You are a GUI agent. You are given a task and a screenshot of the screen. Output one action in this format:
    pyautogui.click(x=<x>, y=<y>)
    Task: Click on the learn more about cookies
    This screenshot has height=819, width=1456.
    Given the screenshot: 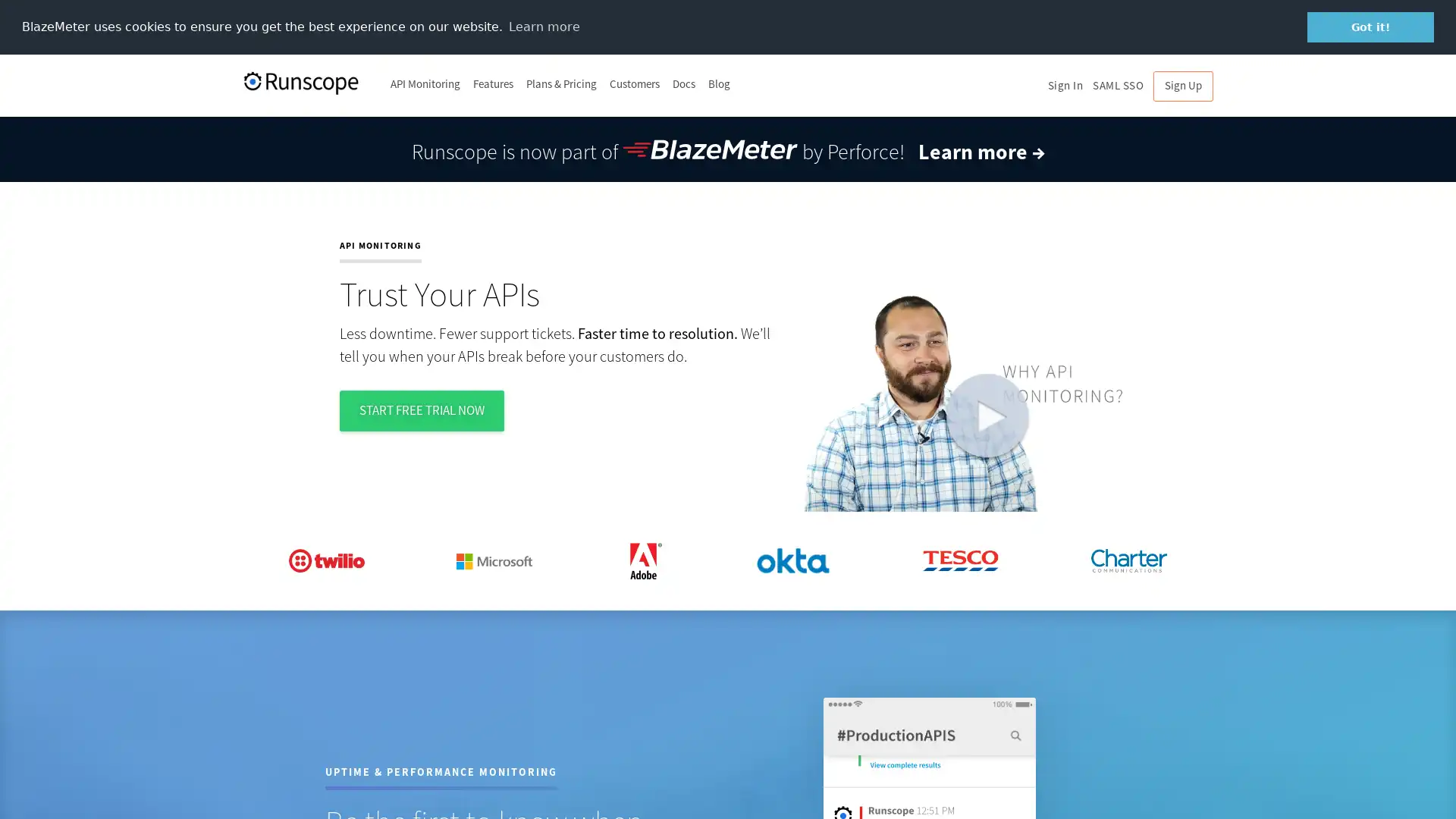 What is the action you would take?
    pyautogui.click(x=544, y=26)
    